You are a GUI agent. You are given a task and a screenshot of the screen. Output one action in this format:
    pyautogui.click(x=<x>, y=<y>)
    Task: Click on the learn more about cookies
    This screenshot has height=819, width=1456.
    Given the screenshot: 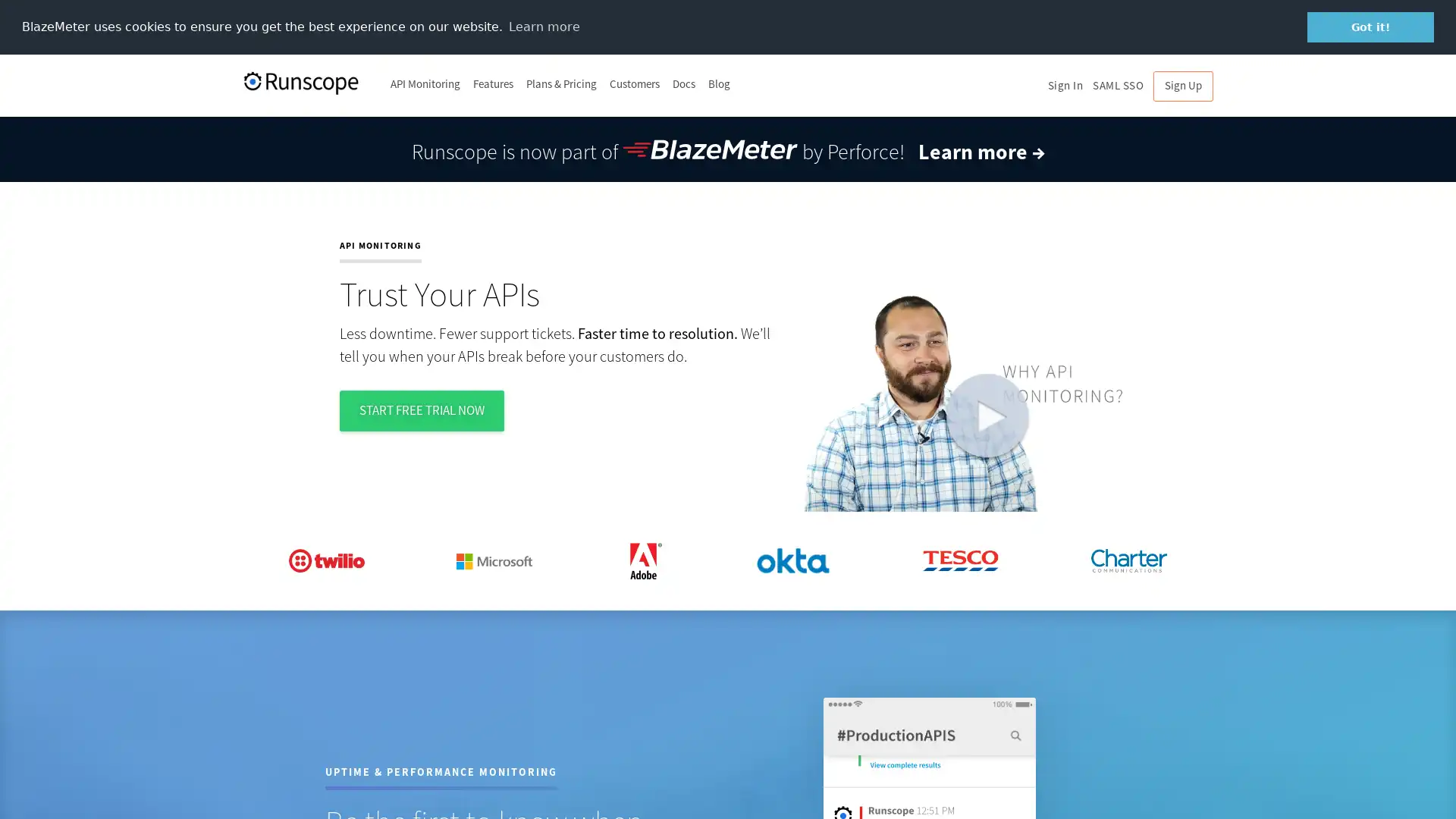 What is the action you would take?
    pyautogui.click(x=544, y=26)
    